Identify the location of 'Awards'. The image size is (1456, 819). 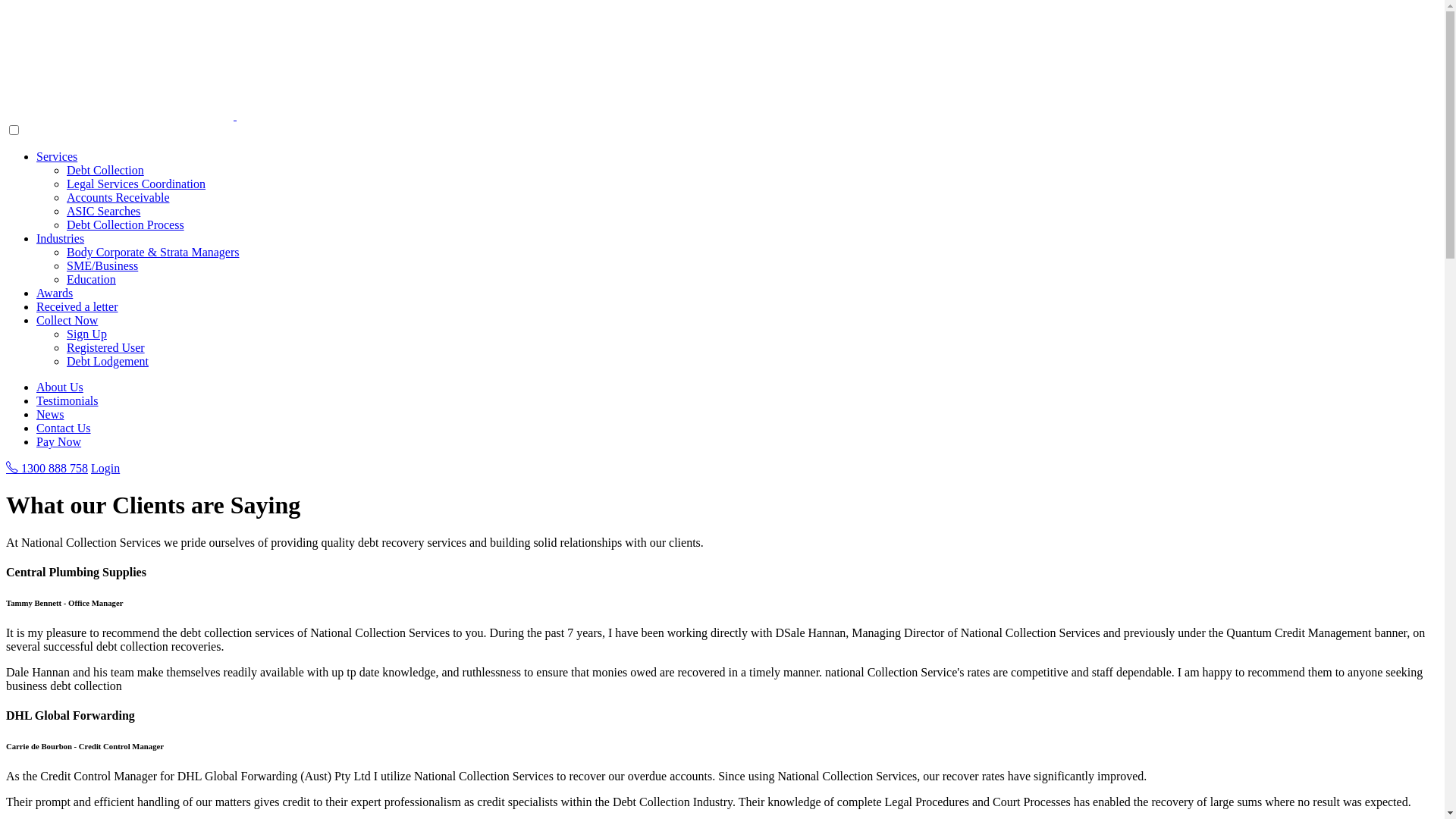
(55, 293).